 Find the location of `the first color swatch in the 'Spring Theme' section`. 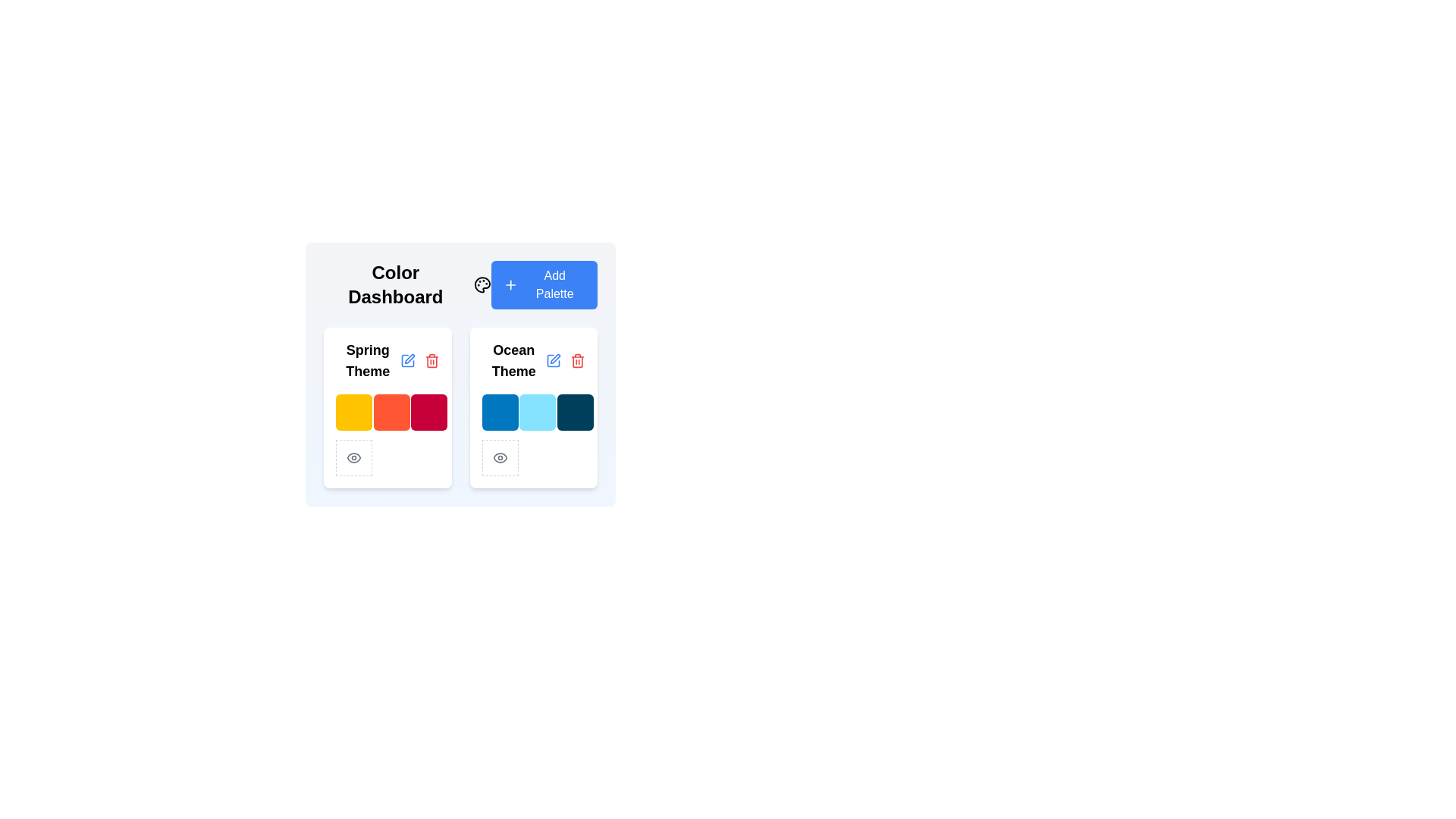

the first color swatch in the 'Spring Theme' section is located at coordinates (353, 412).